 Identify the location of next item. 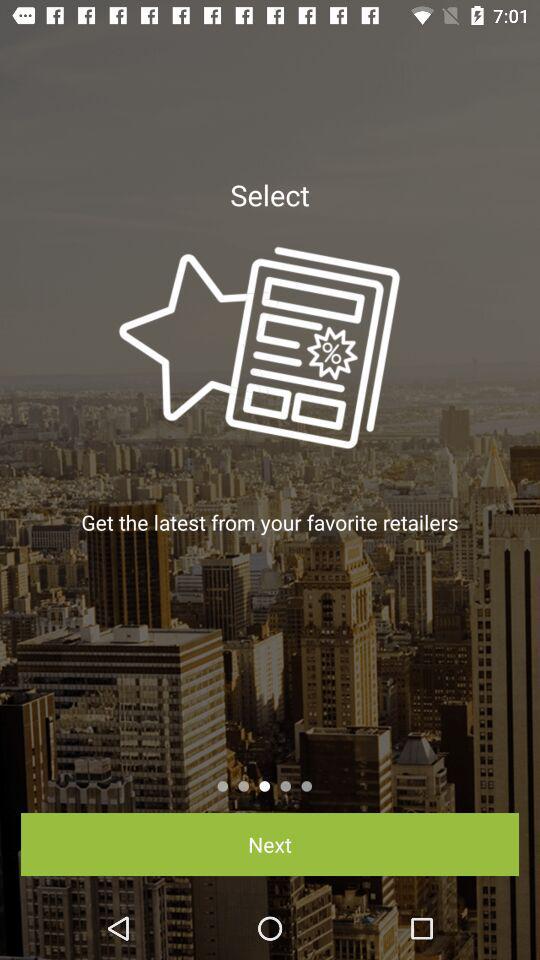
(270, 843).